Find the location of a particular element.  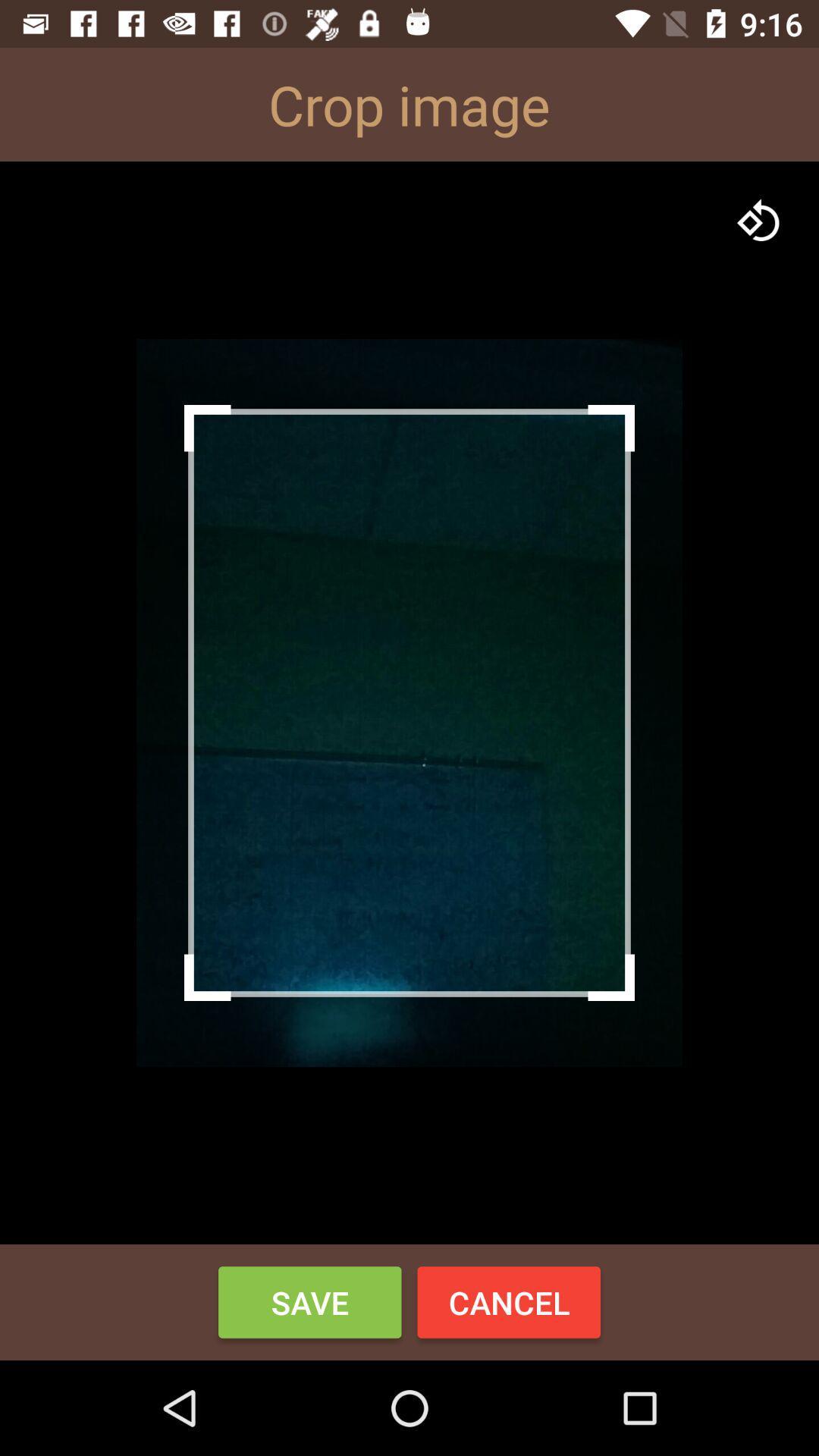

button to the left of the cancel button is located at coordinates (309, 1301).